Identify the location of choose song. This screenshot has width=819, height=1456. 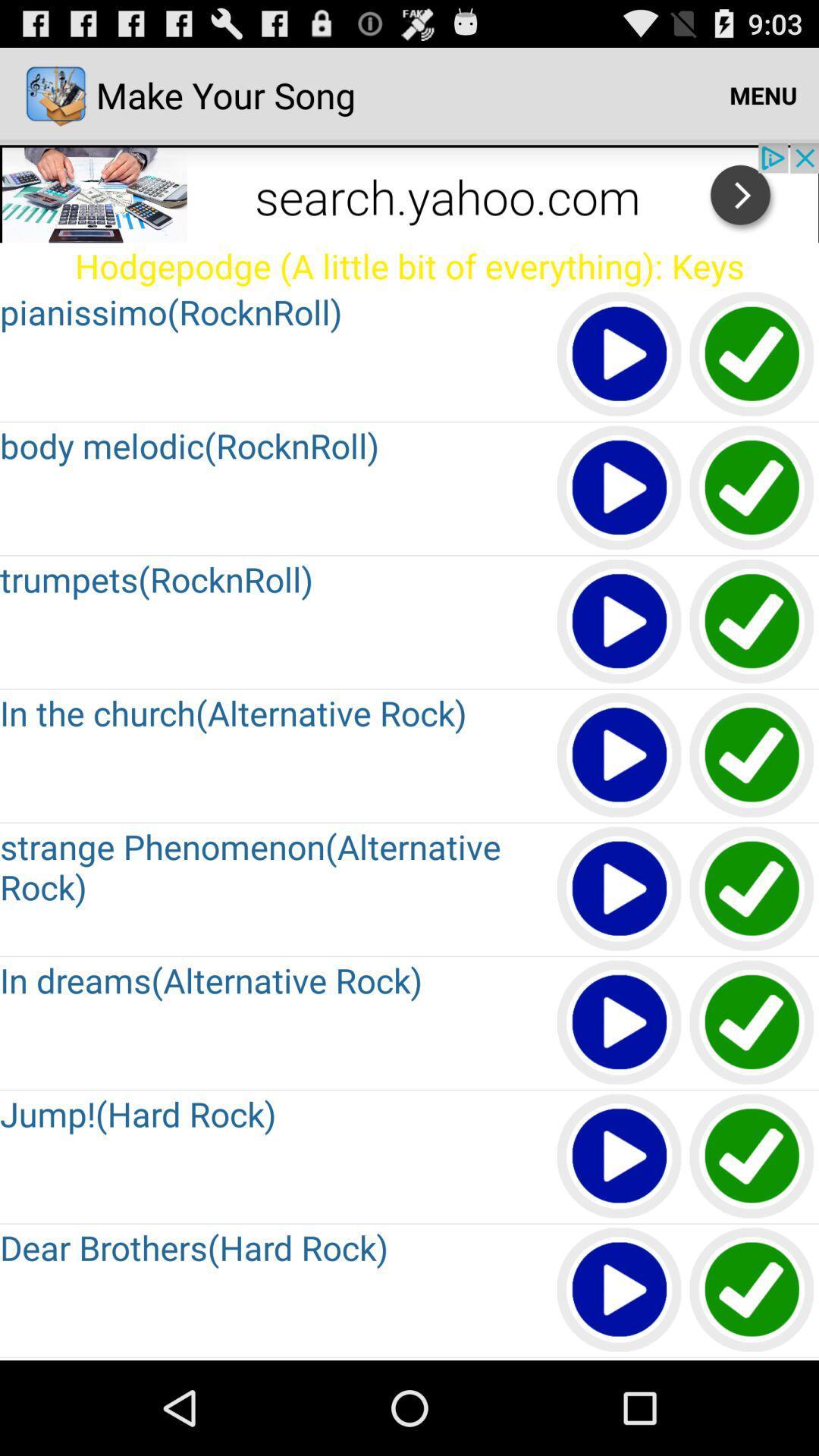
(752, 890).